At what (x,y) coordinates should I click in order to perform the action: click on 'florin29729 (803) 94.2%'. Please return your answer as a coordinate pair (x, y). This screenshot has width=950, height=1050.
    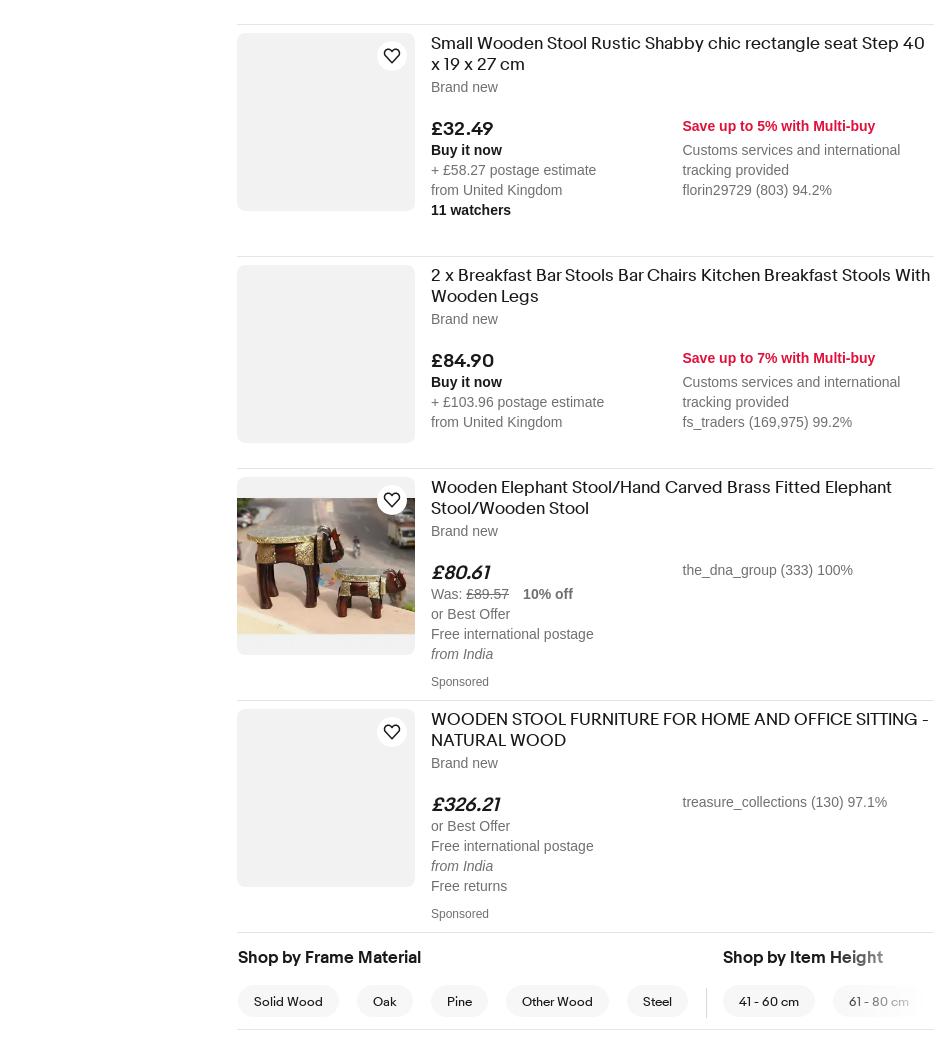
    Looking at the image, I should click on (682, 188).